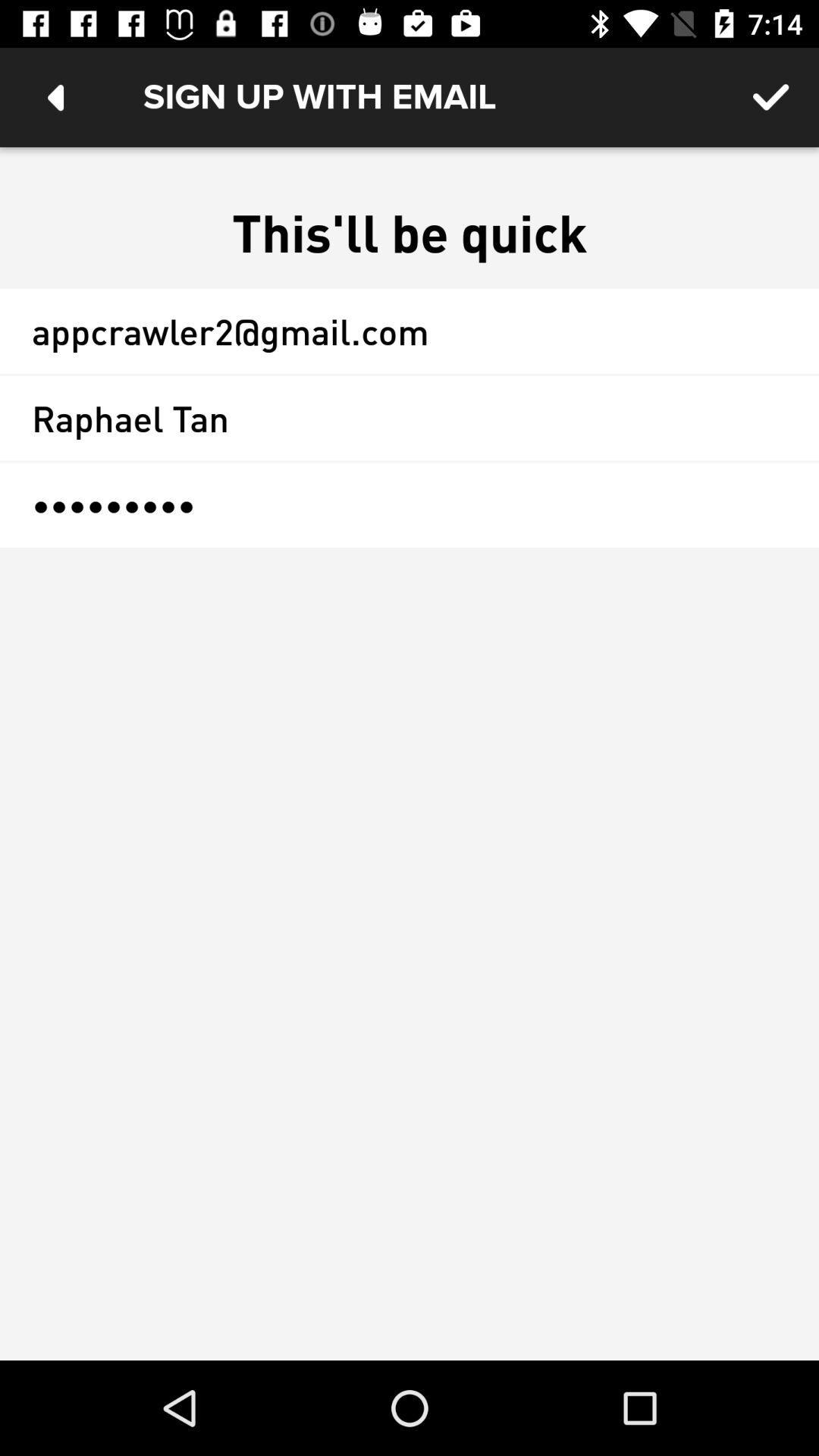 This screenshot has width=819, height=1456. What do you see at coordinates (409, 505) in the screenshot?
I see `icon at the center` at bounding box center [409, 505].